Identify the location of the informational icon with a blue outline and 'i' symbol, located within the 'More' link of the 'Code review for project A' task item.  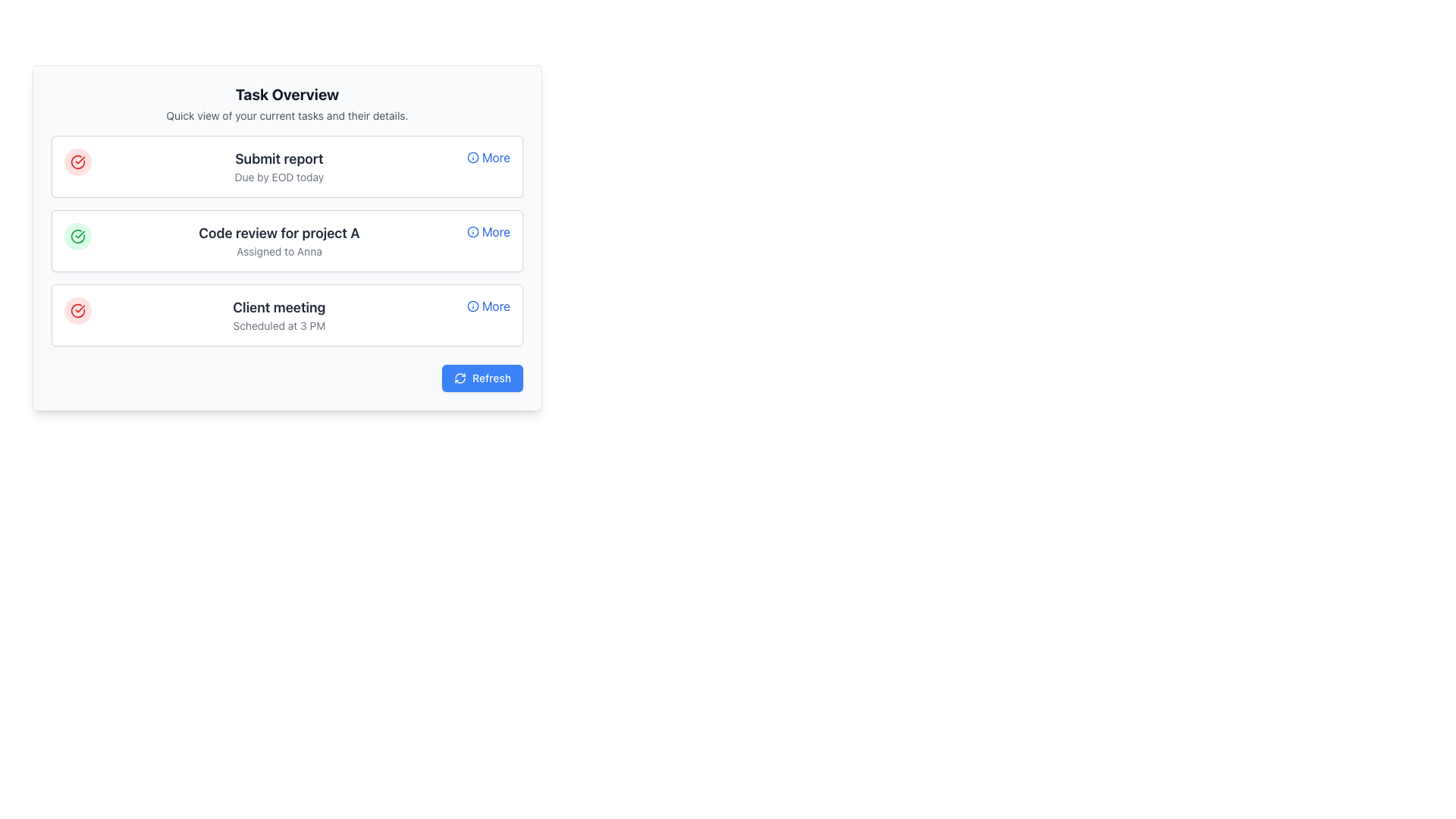
(472, 231).